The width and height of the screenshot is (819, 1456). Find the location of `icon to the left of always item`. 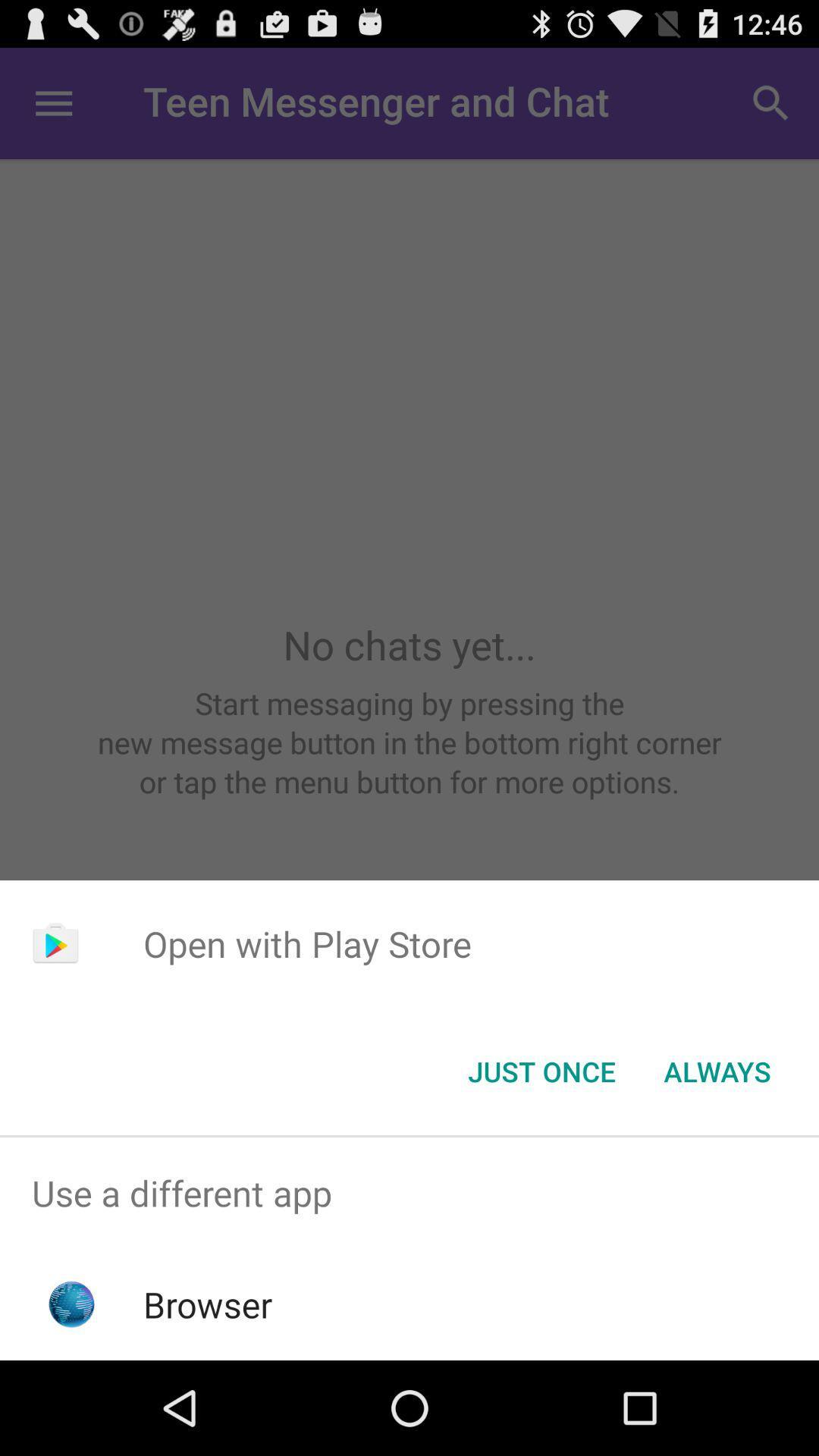

icon to the left of always item is located at coordinates (541, 1070).